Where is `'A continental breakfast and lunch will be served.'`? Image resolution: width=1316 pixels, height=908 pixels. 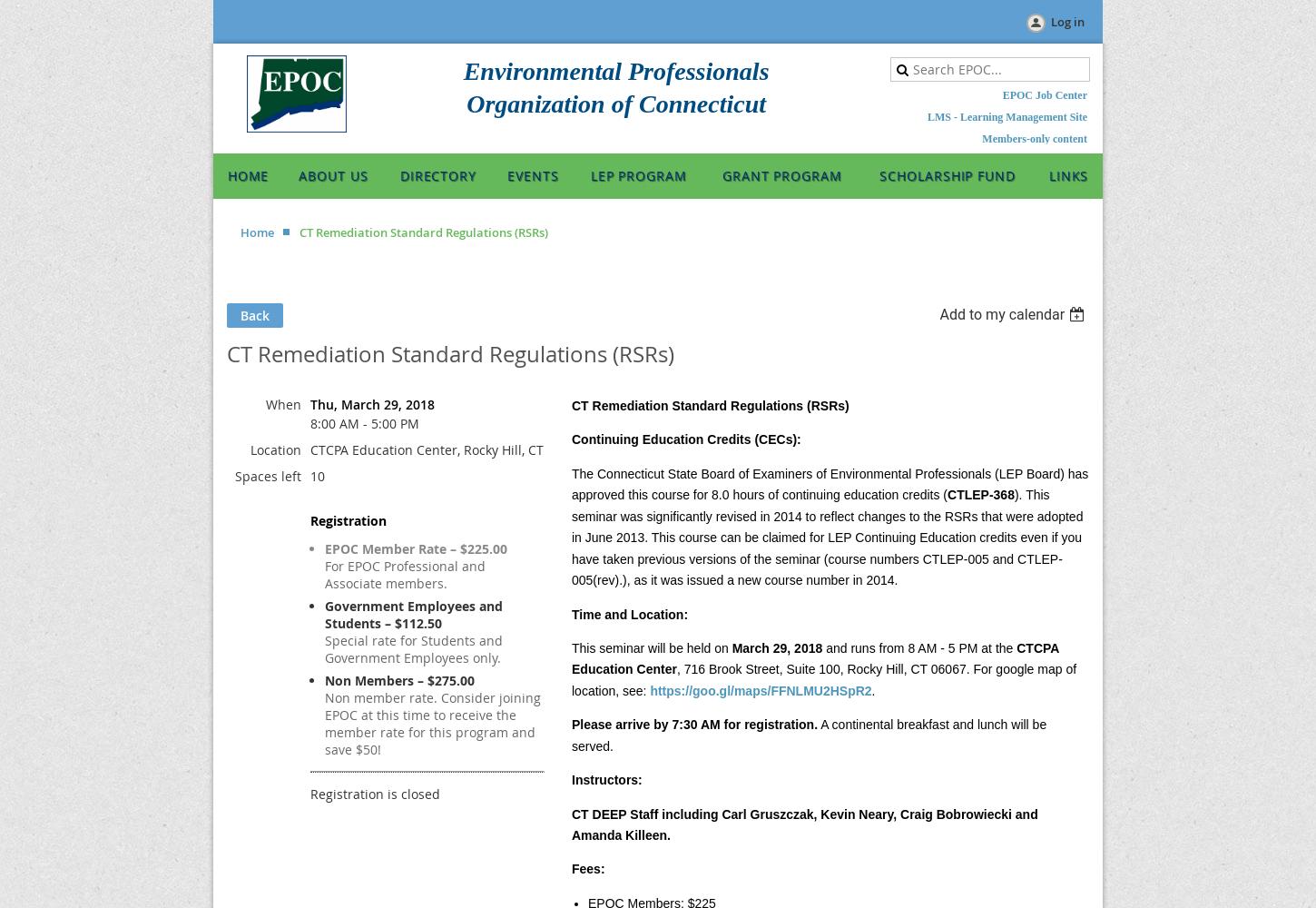
'A continental breakfast and lunch will be served.' is located at coordinates (808, 735).